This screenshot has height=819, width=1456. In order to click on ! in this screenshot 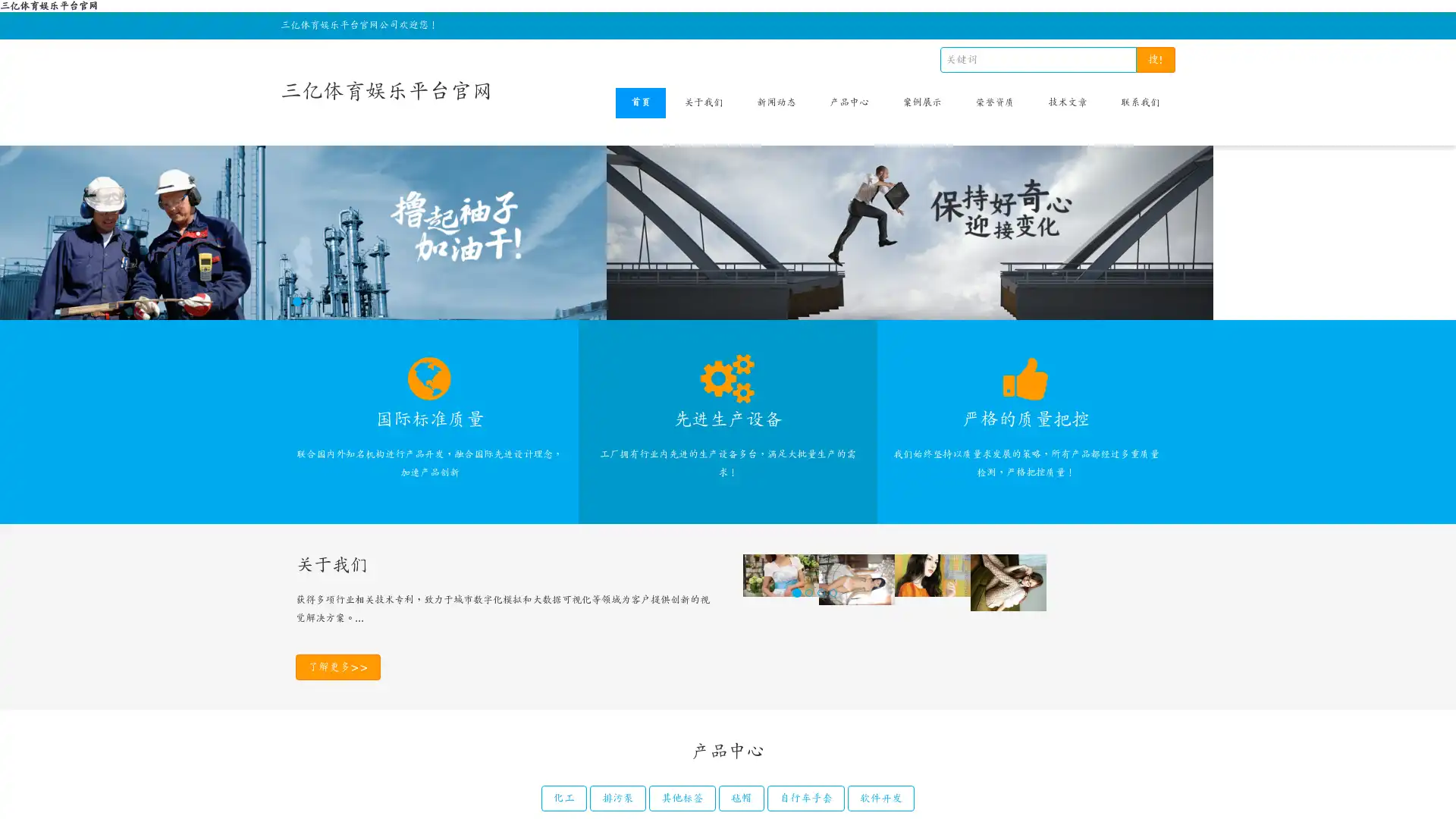, I will do `click(1155, 58)`.